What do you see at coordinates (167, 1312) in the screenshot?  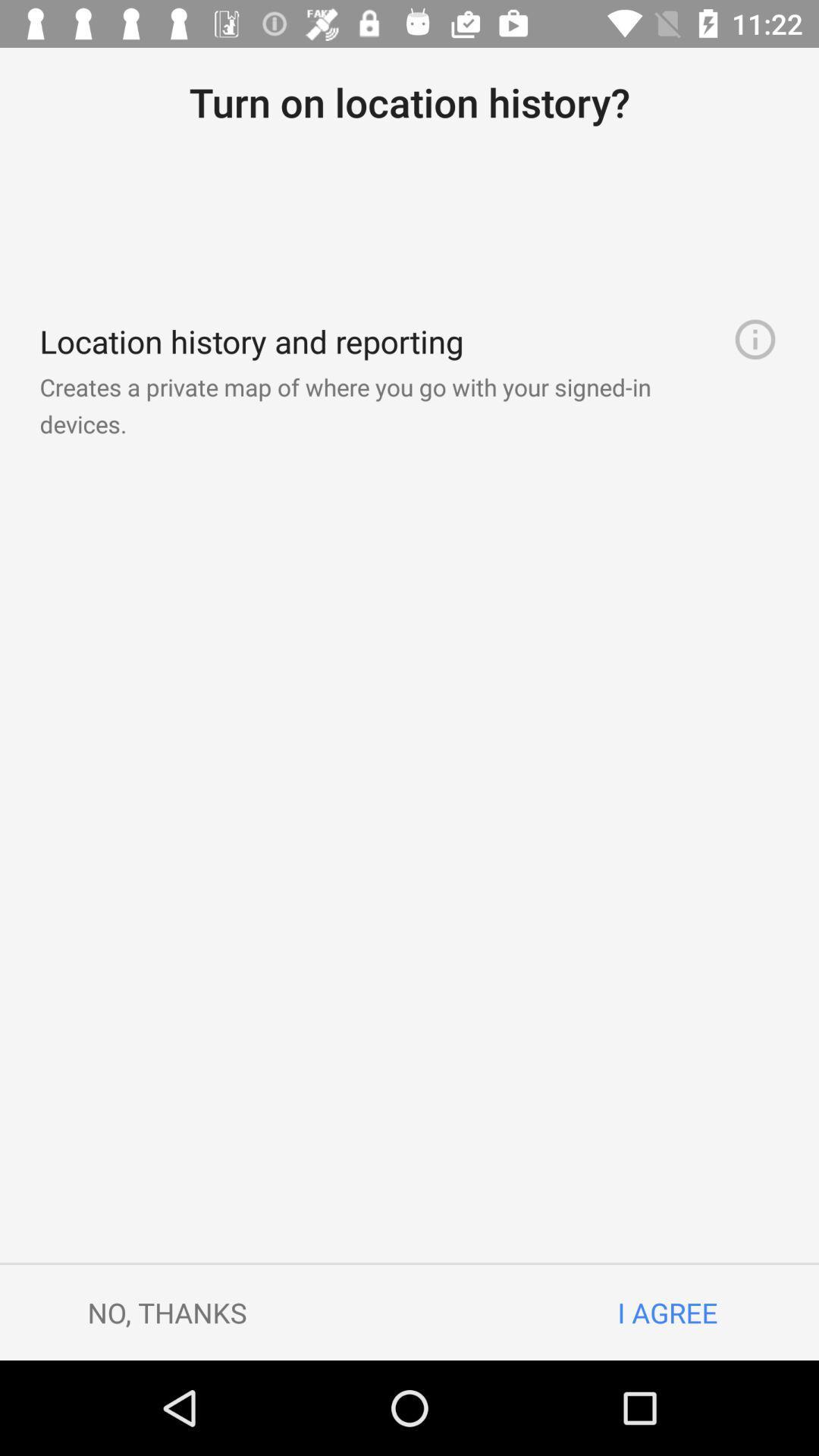 I see `the no, thanks at the bottom left corner` at bounding box center [167, 1312].